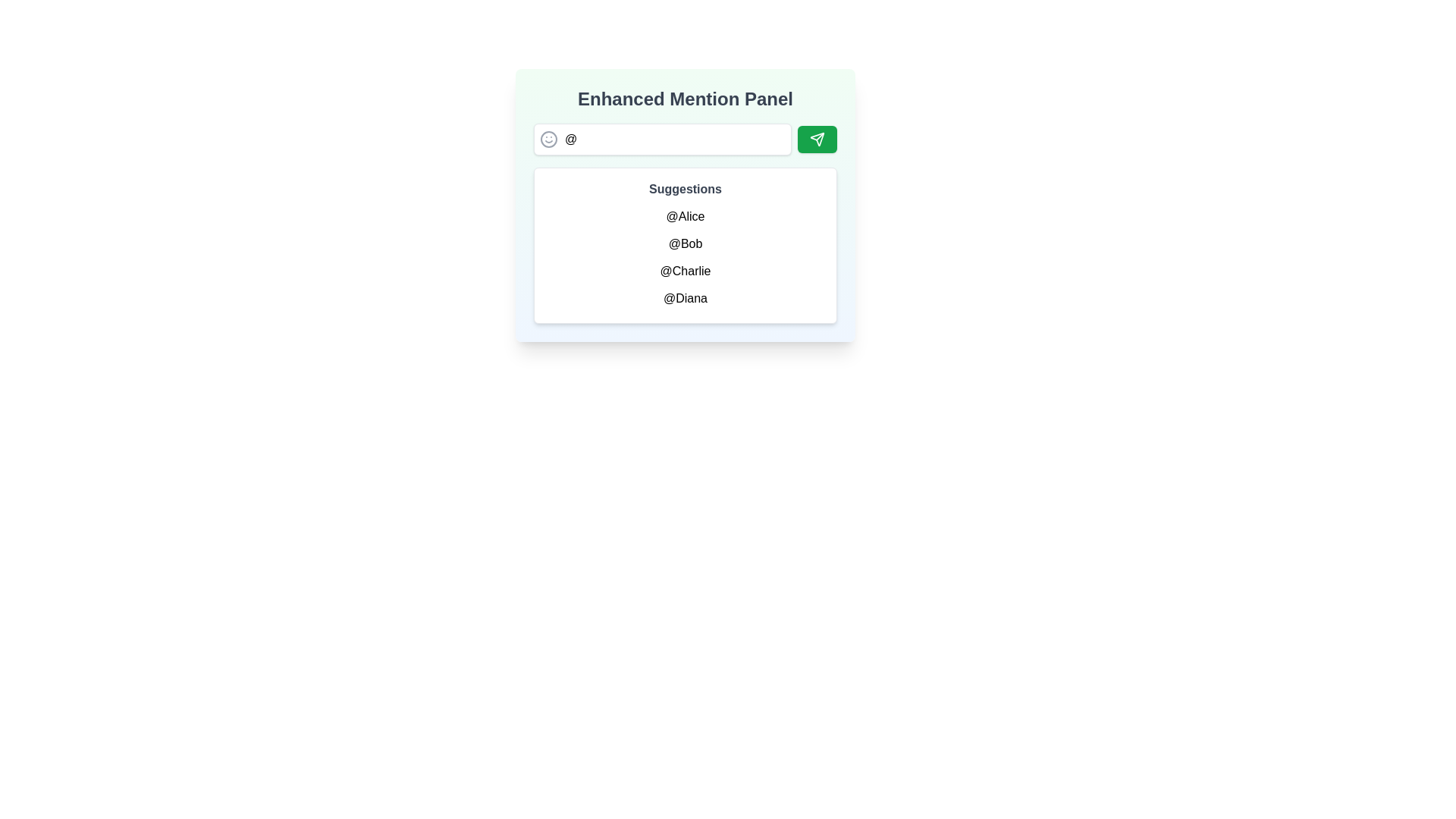 The height and width of the screenshot is (819, 1456). Describe the element at coordinates (684, 245) in the screenshot. I see `the second mention suggestion entry within the 'Enhanced Mention Panel' located beneath the 'Suggestions' heading` at that location.